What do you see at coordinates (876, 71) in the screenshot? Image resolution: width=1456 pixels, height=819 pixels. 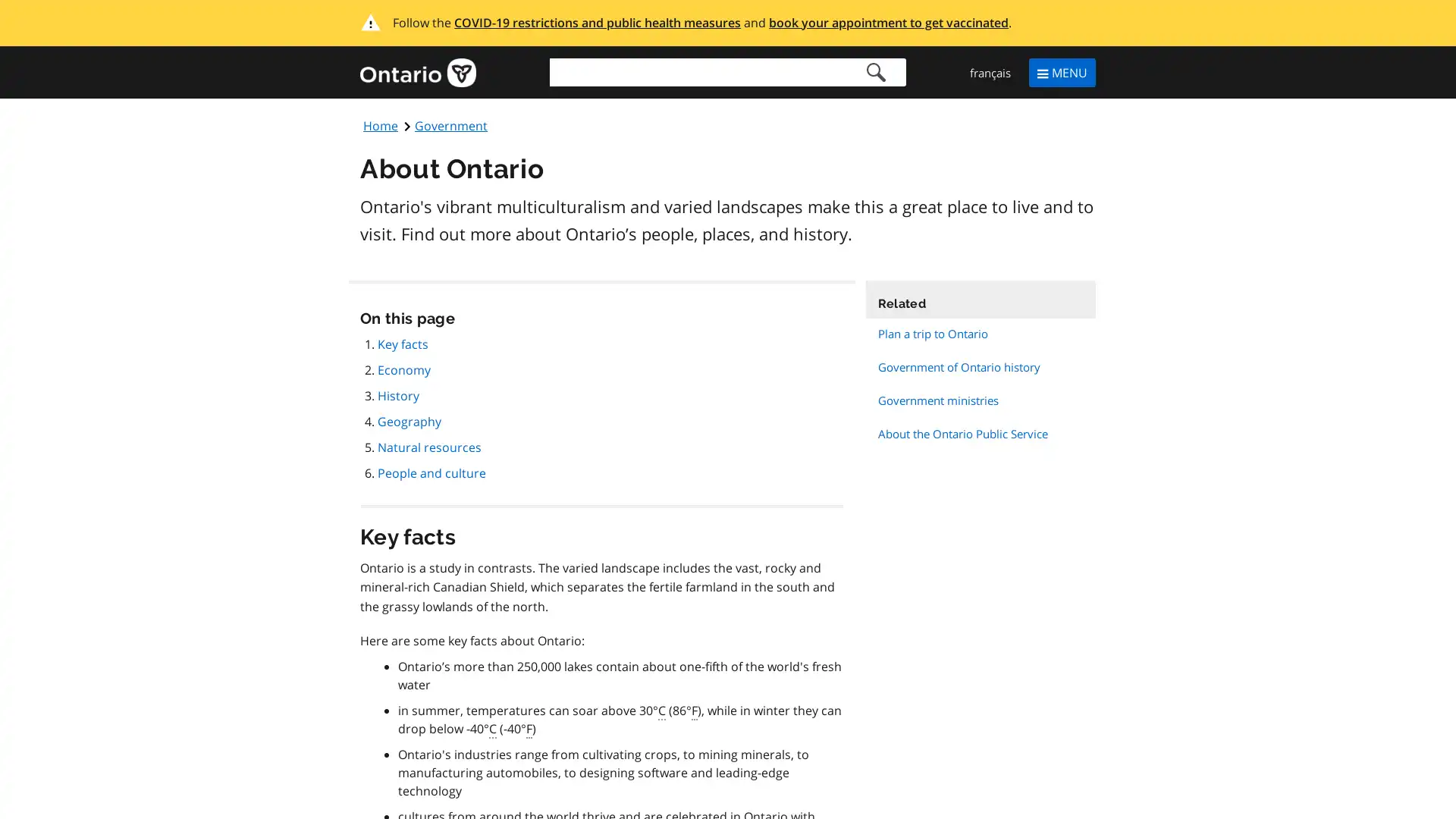 I see `Search` at bounding box center [876, 71].